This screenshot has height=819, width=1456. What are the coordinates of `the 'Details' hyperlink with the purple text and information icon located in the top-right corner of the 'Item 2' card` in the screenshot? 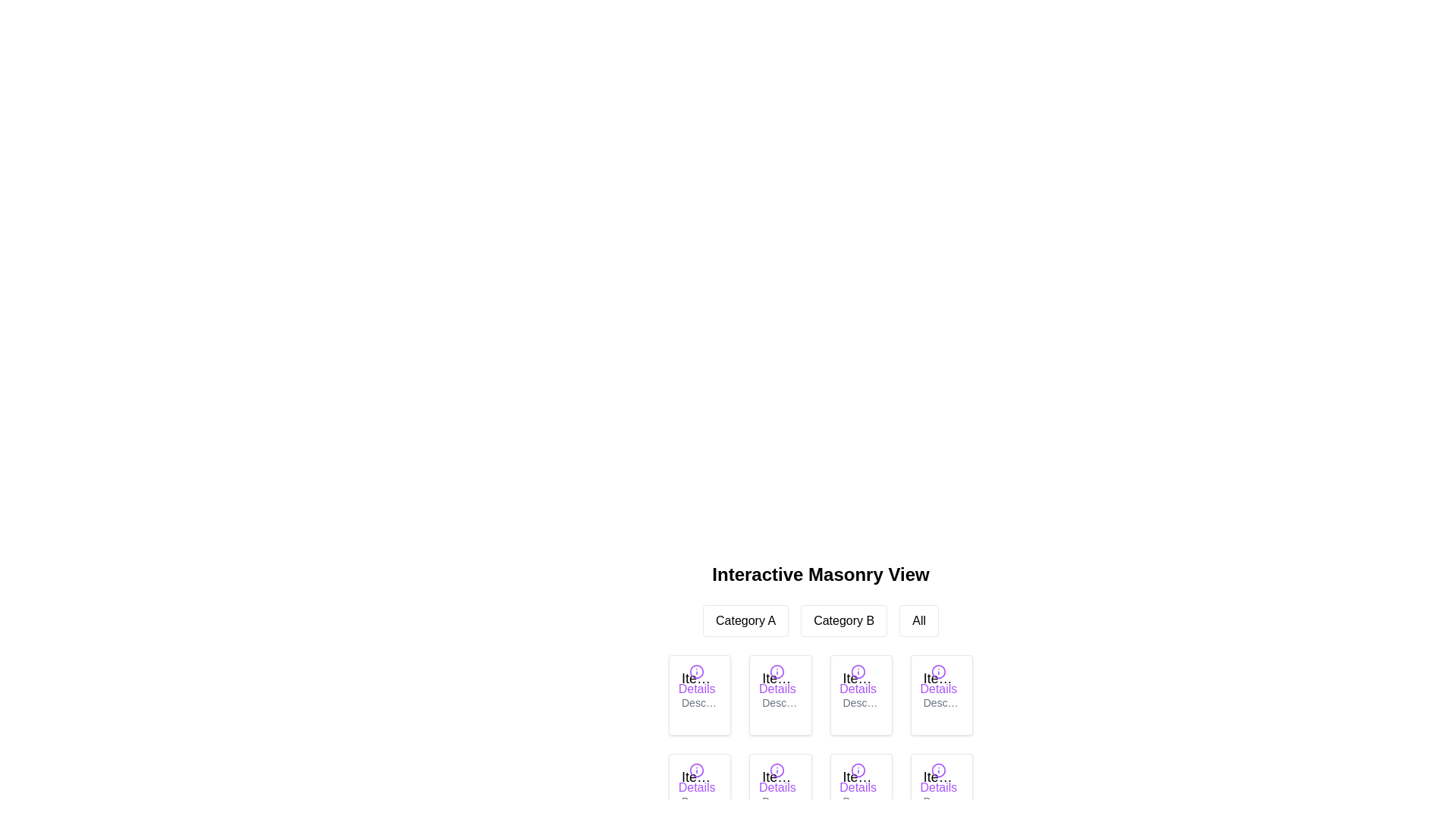 It's located at (777, 679).